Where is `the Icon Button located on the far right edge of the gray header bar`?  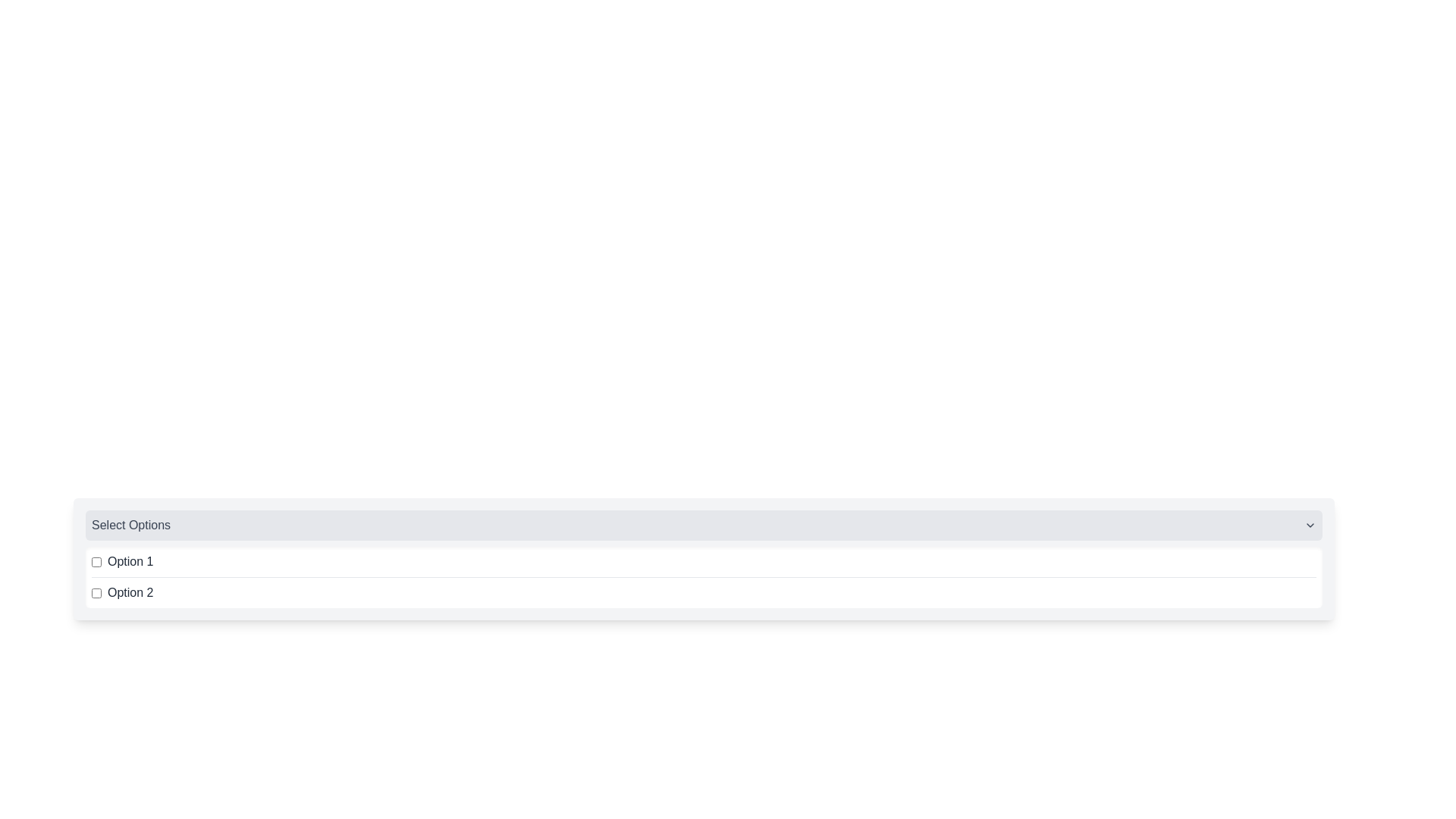
the Icon Button located on the far right edge of the gray header bar is located at coordinates (1310, 525).